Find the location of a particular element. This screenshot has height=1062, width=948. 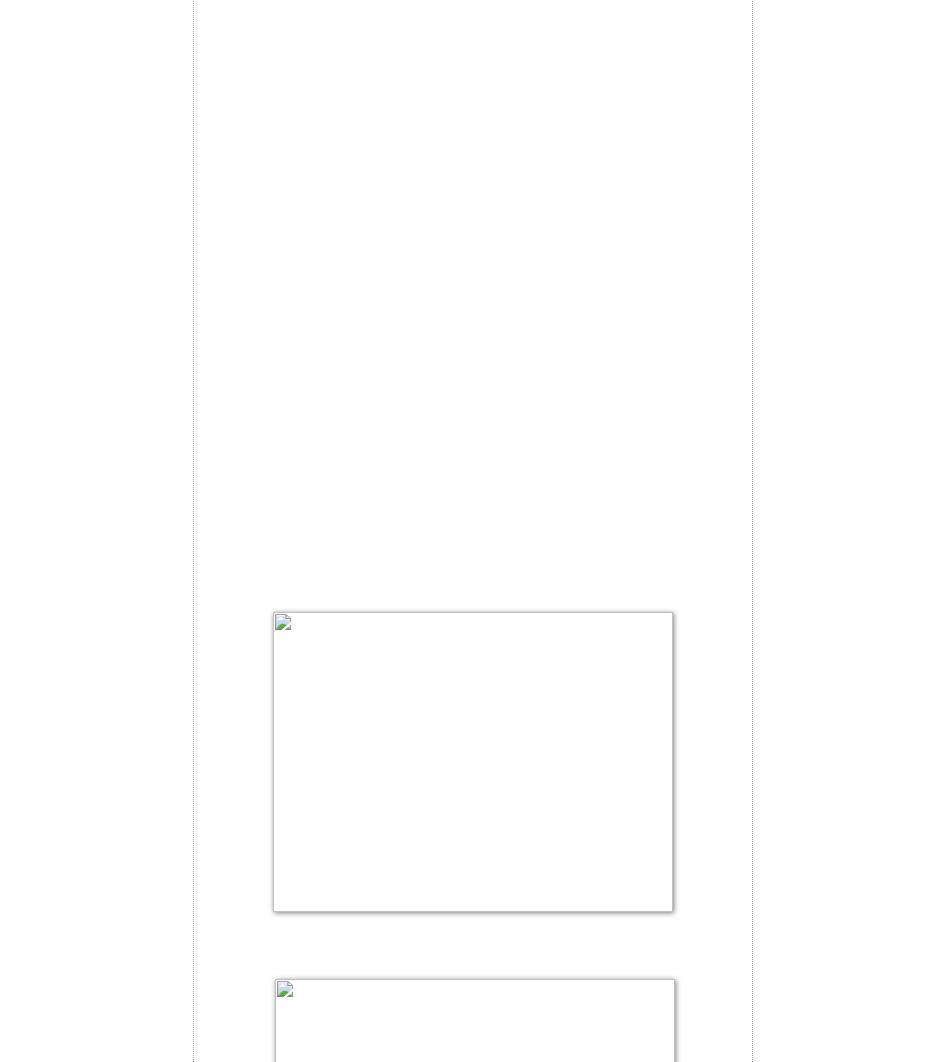

'Dough:' is located at coordinates (232, 75).